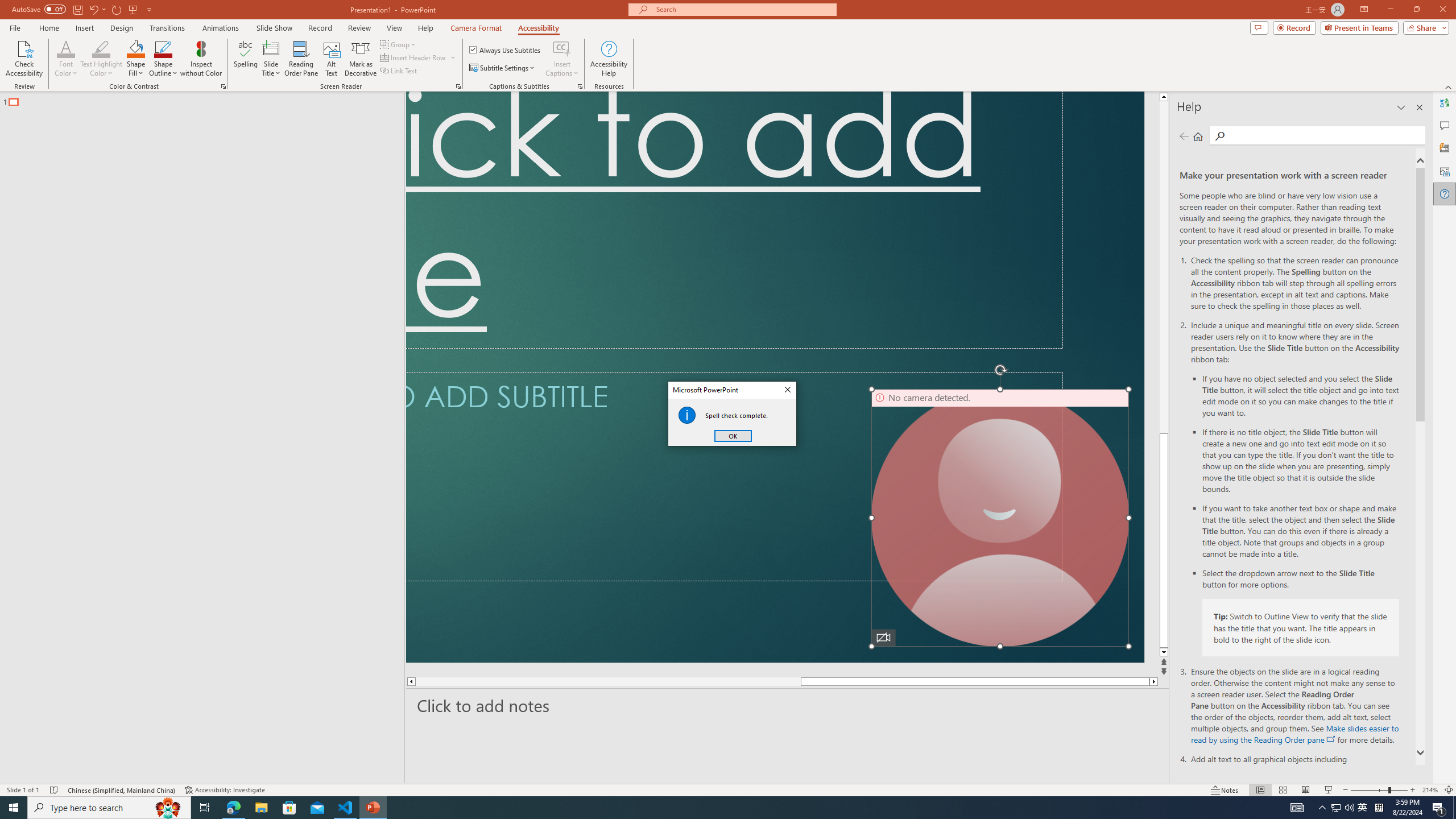 The image size is (1456, 819). Describe the element at coordinates (999, 517) in the screenshot. I see `'Camera 8, No camera detected.'` at that location.